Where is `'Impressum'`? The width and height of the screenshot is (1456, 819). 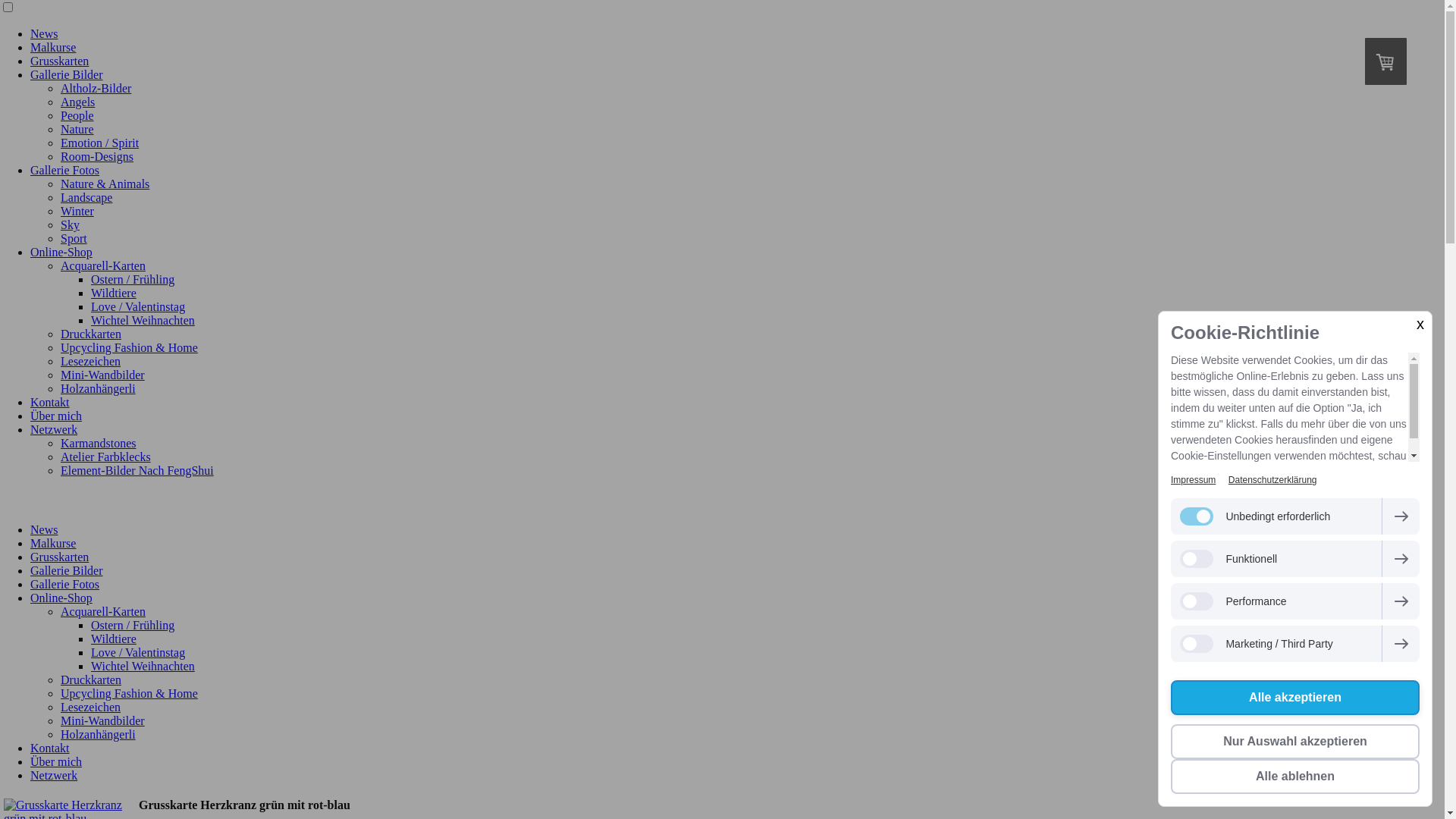
'Impressum' is located at coordinates (1192, 479).